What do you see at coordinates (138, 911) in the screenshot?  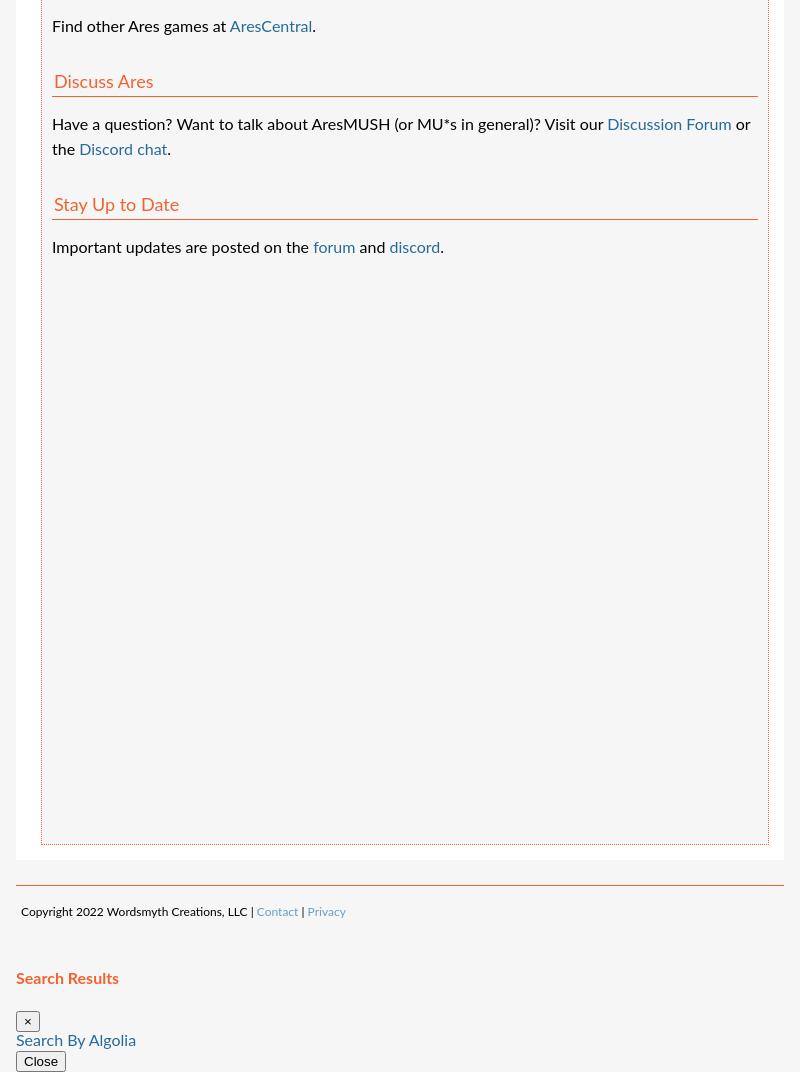 I see `'Copyright 2022 Wordsmyth Creations, LLC |'` at bounding box center [138, 911].